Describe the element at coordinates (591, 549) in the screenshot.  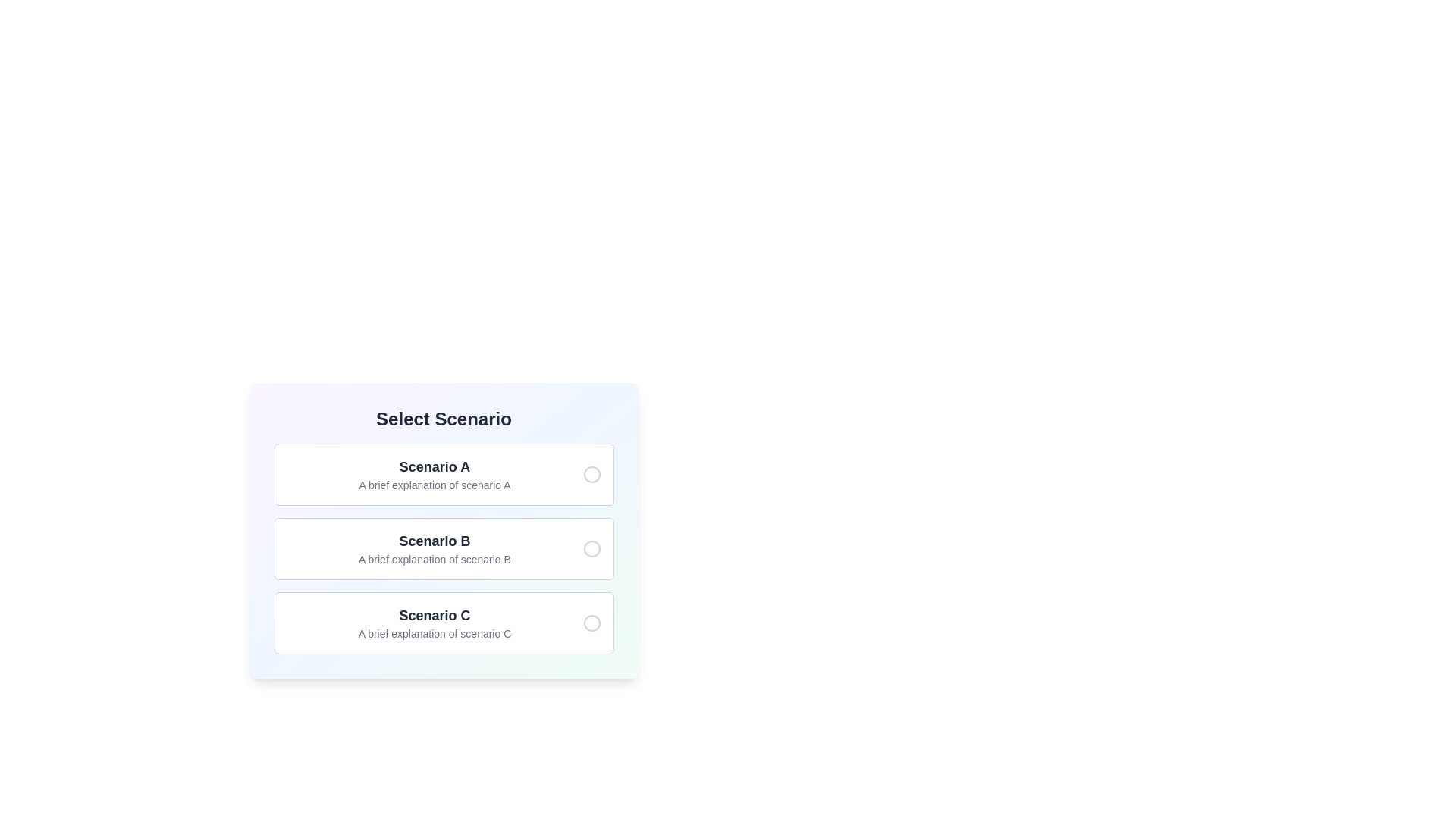
I see `the central circular component of the 'Scenario B' option in the scenario list, which serves as a decorative or interactive marker` at that location.